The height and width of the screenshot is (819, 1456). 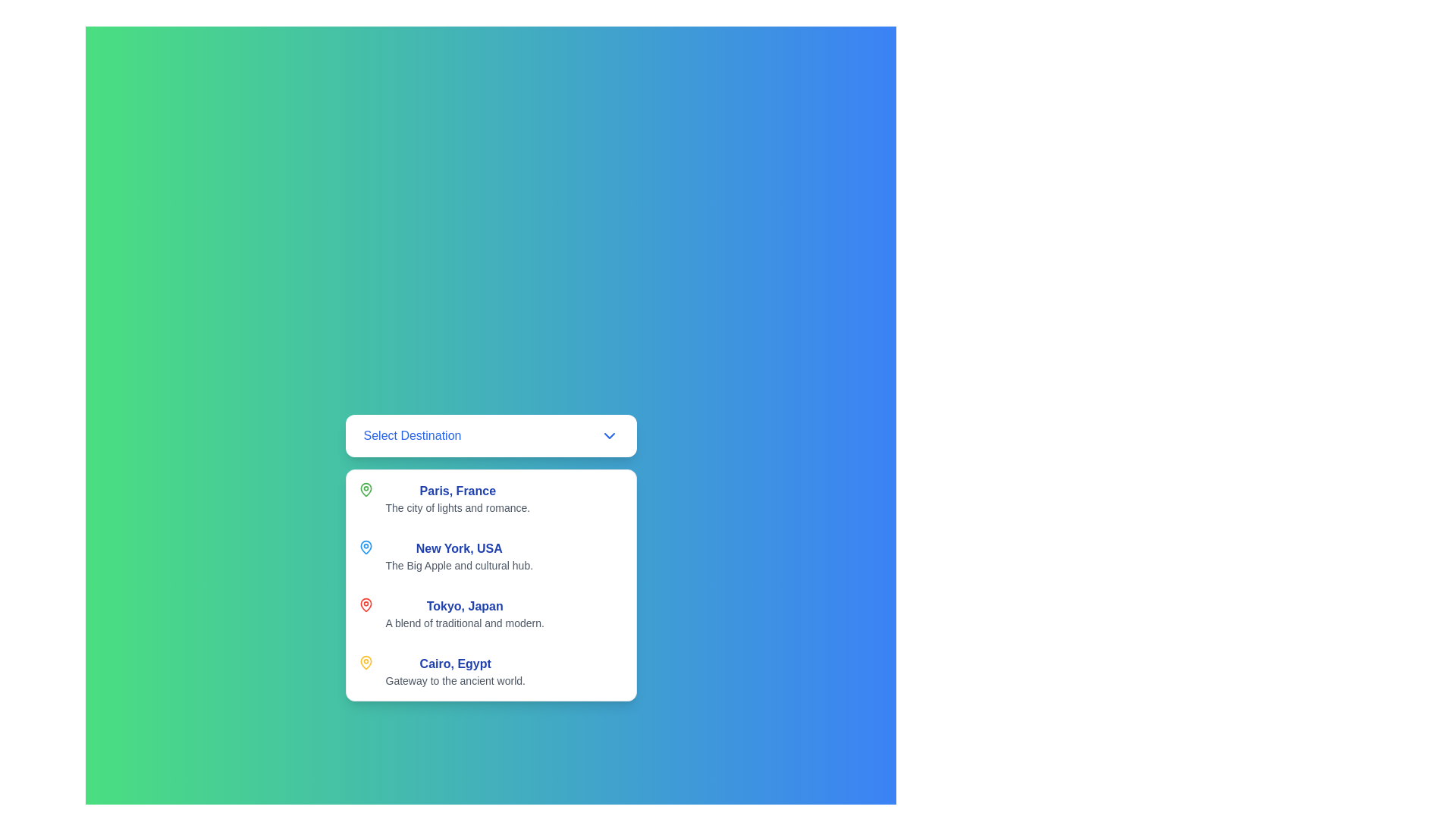 What do you see at coordinates (454, 671) in the screenshot?
I see `the Text element displaying 'Cairo, Egypt'` at bounding box center [454, 671].